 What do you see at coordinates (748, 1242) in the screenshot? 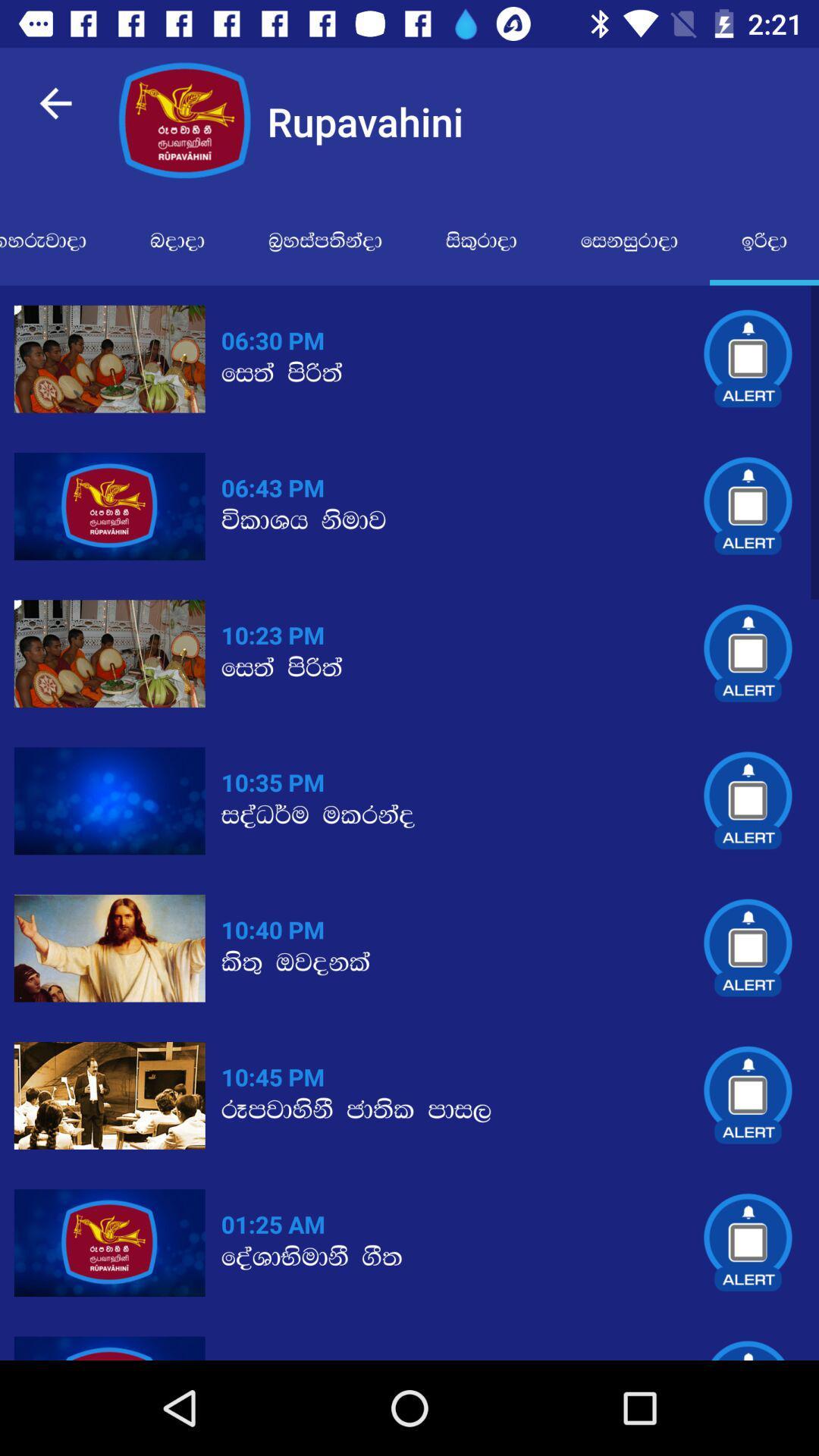
I see `the alert icon which is right to the 0125 am` at bounding box center [748, 1242].